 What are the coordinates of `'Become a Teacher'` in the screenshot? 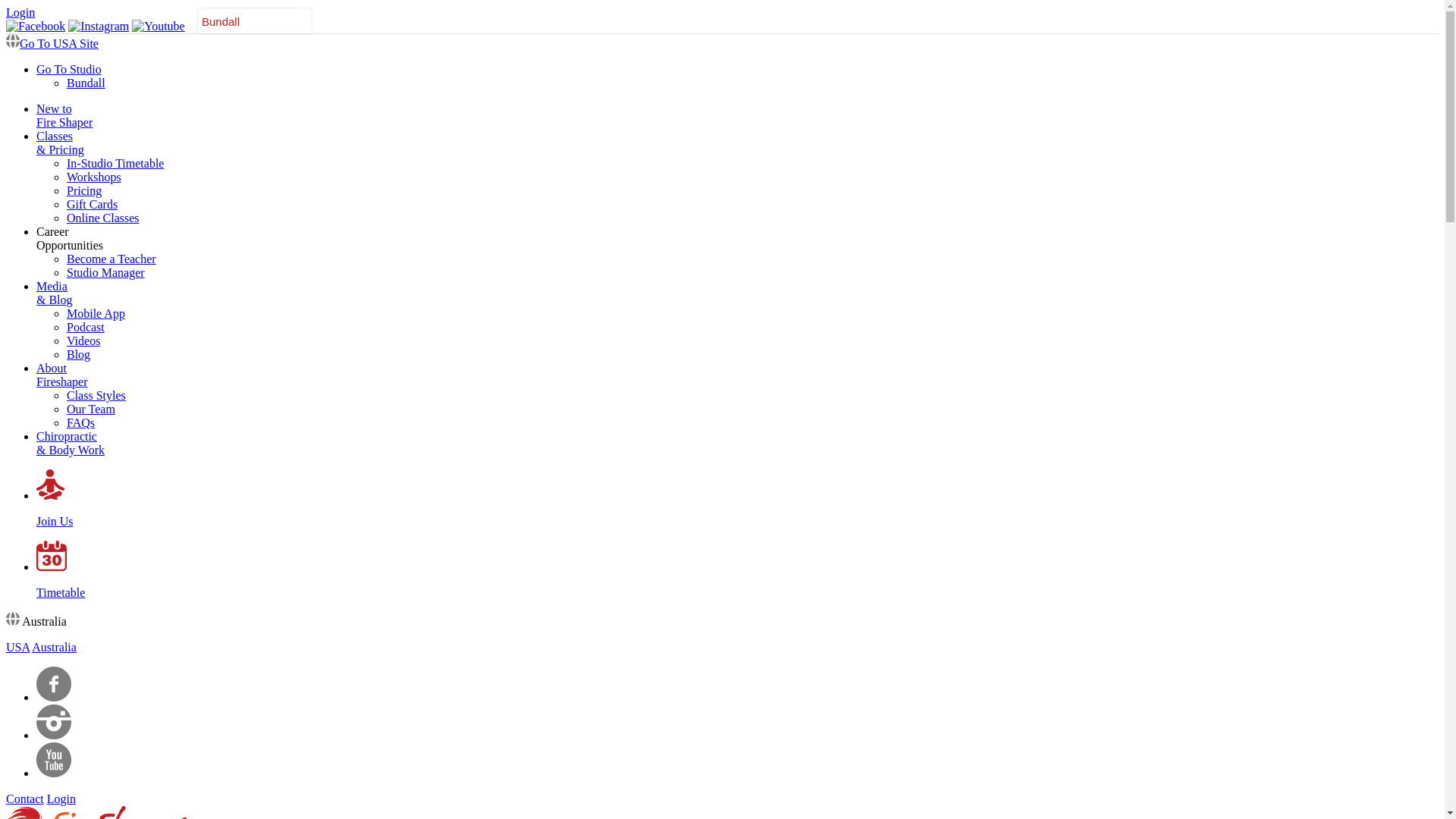 It's located at (111, 258).